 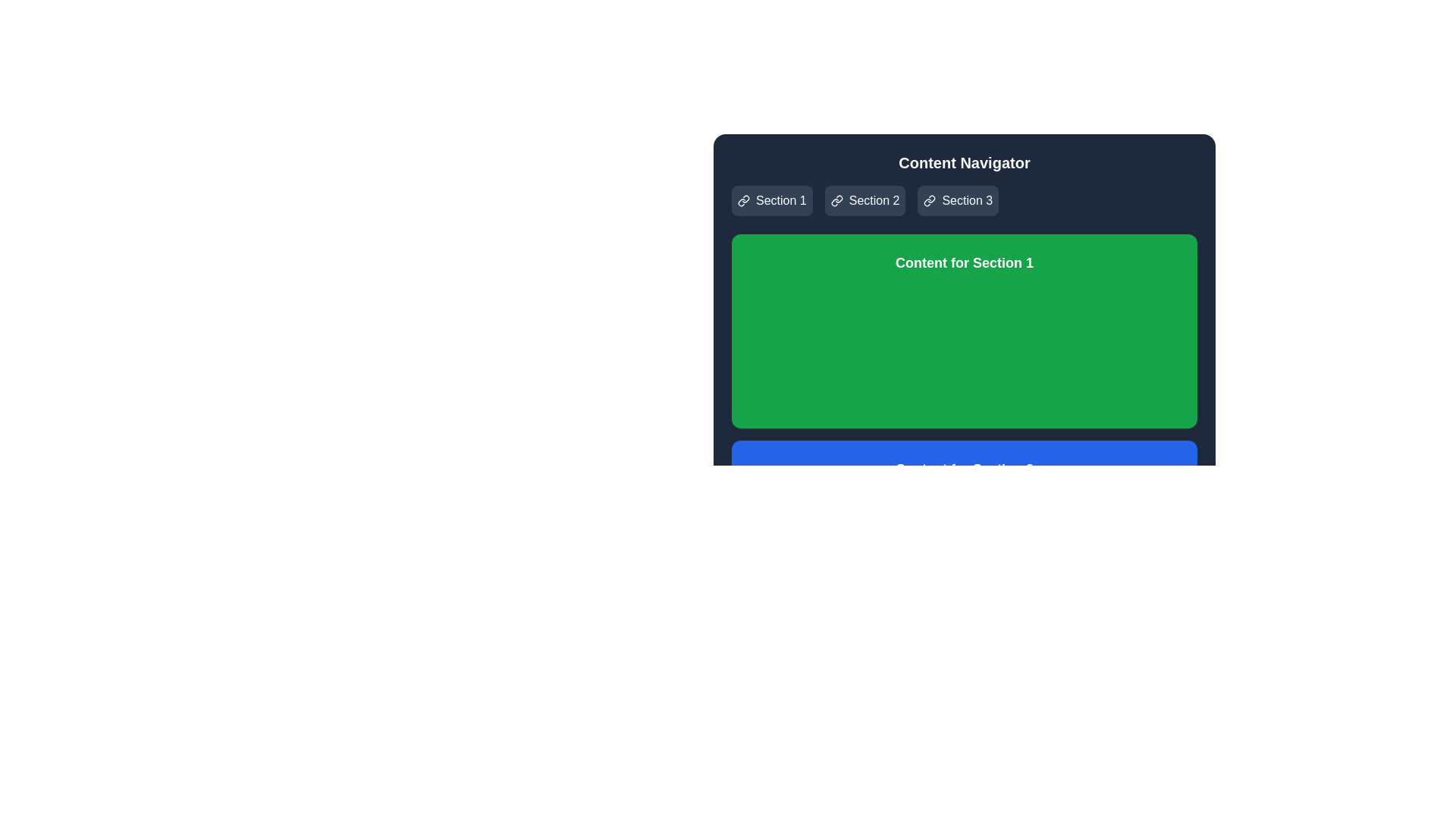 I want to click on the navigation button for 'Section 1' located in the top-right part of the interface to change its visual effect, so click(x=772, y=200).